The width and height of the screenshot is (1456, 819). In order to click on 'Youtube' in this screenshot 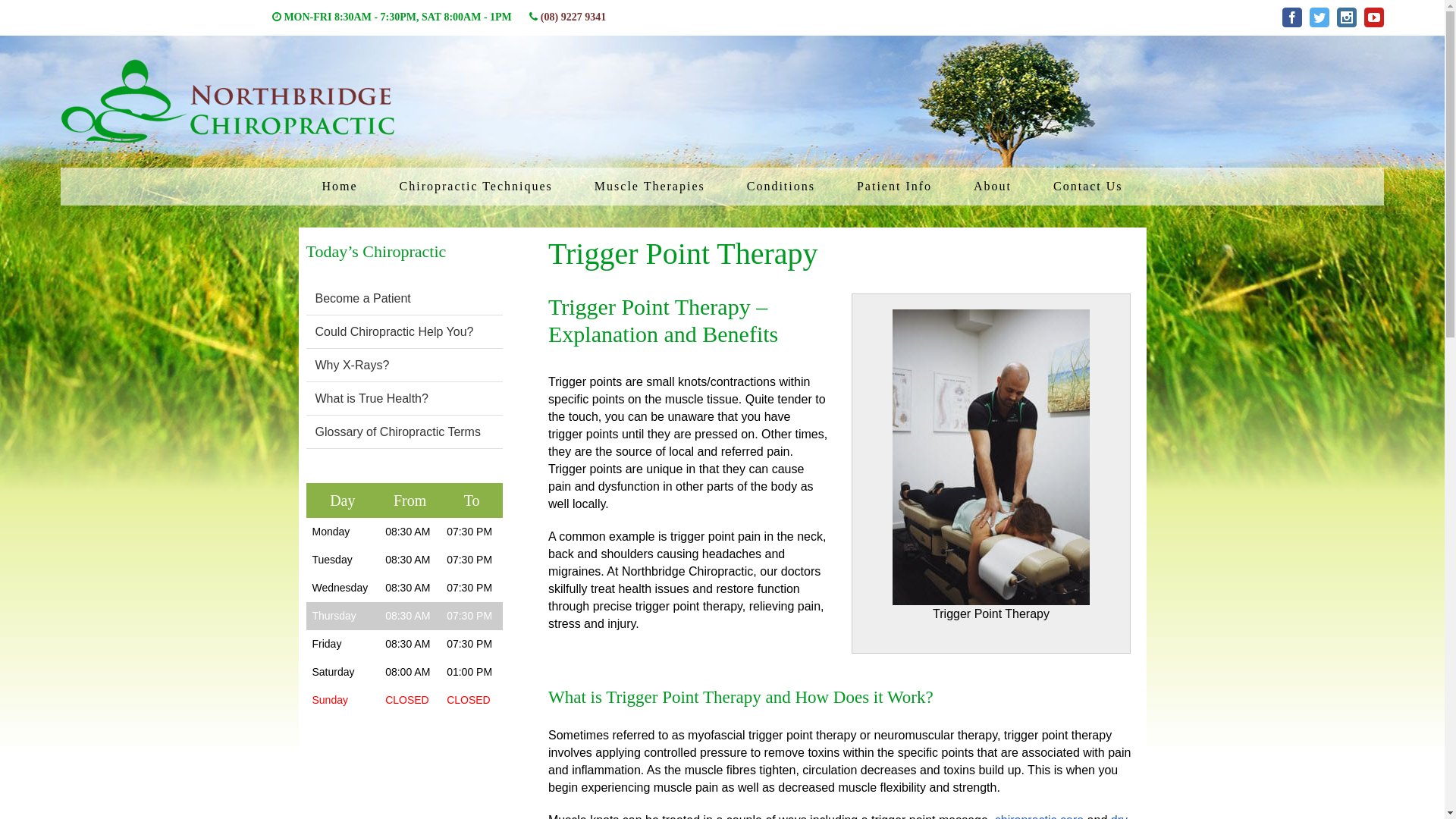, I will do `click(1374, 17)`.